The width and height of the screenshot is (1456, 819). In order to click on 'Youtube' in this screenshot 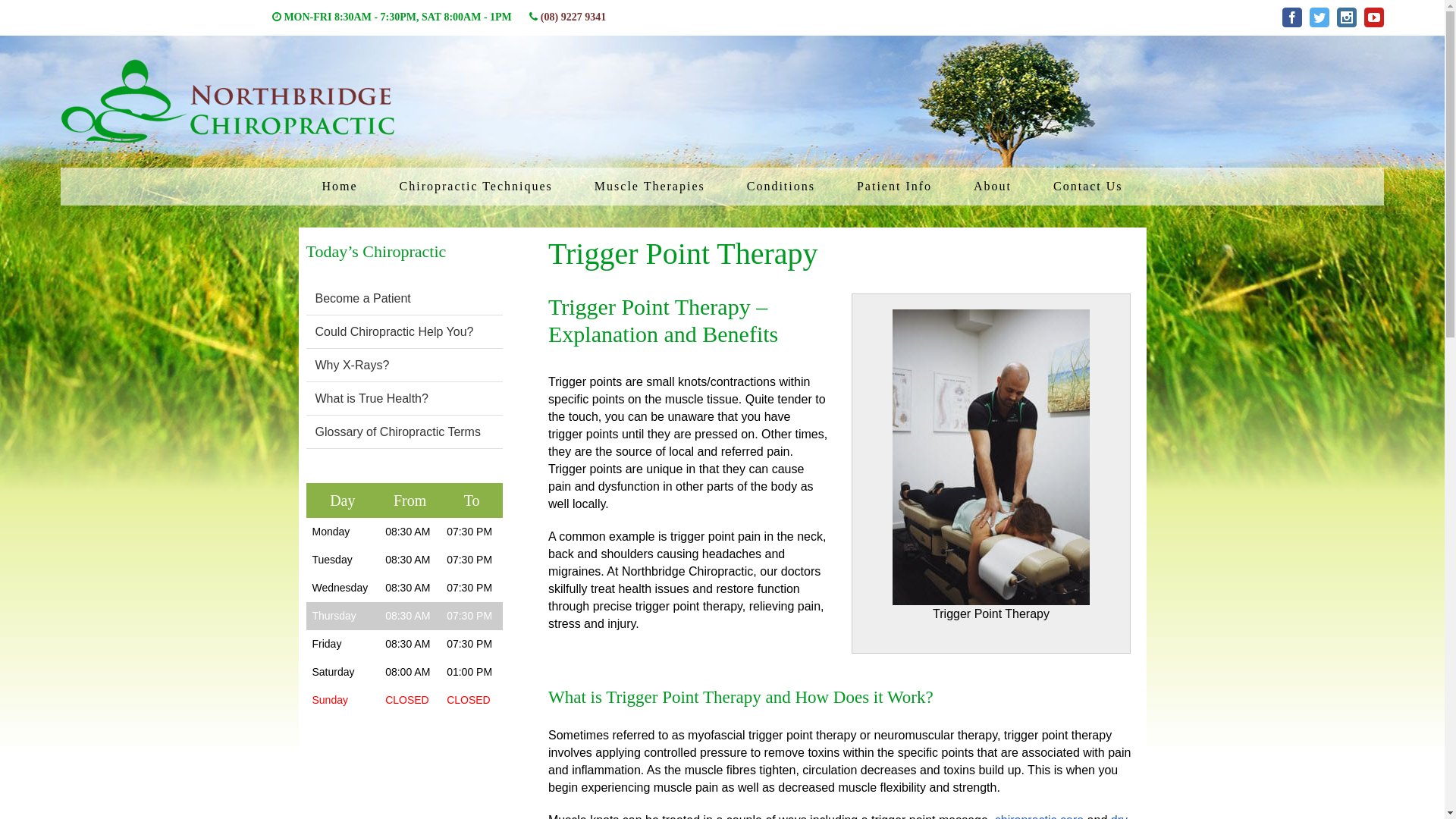, I will do `click(1374, 17)`.